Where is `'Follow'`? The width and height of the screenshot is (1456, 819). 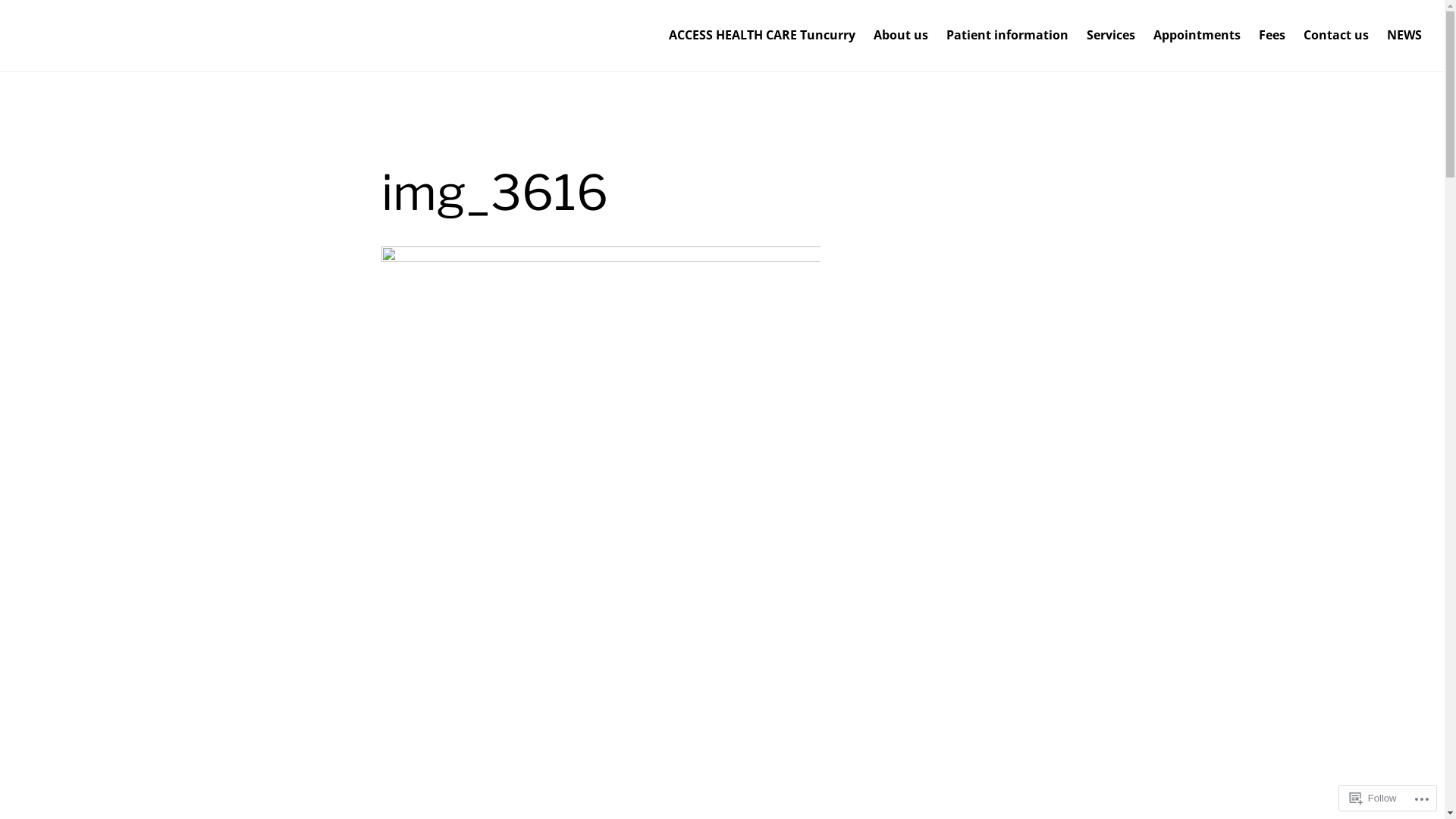
'Follow' is located at coordinates (1373, 797).